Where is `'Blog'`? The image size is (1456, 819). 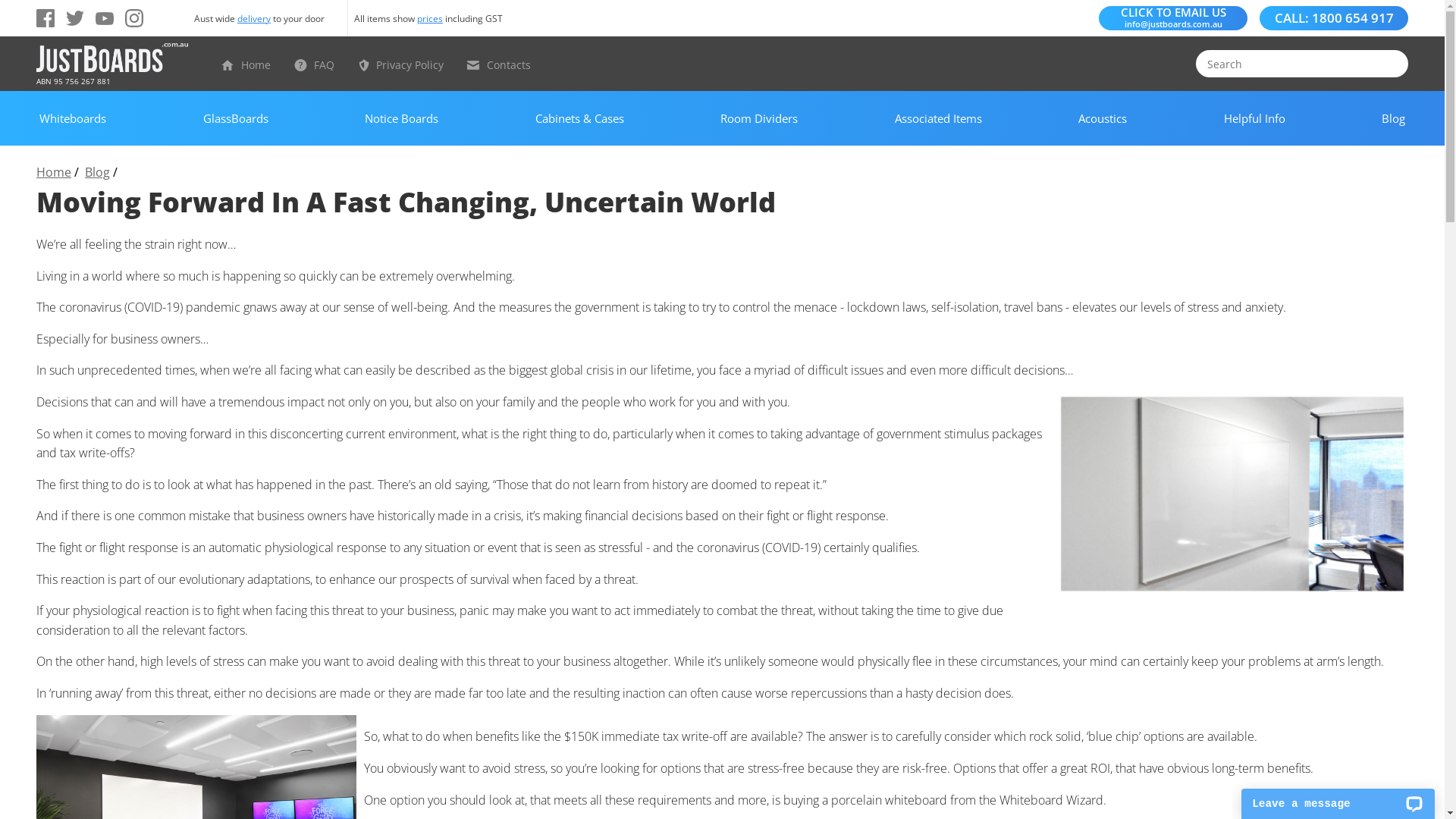 'Blog' is located at coordinates (83, 171).